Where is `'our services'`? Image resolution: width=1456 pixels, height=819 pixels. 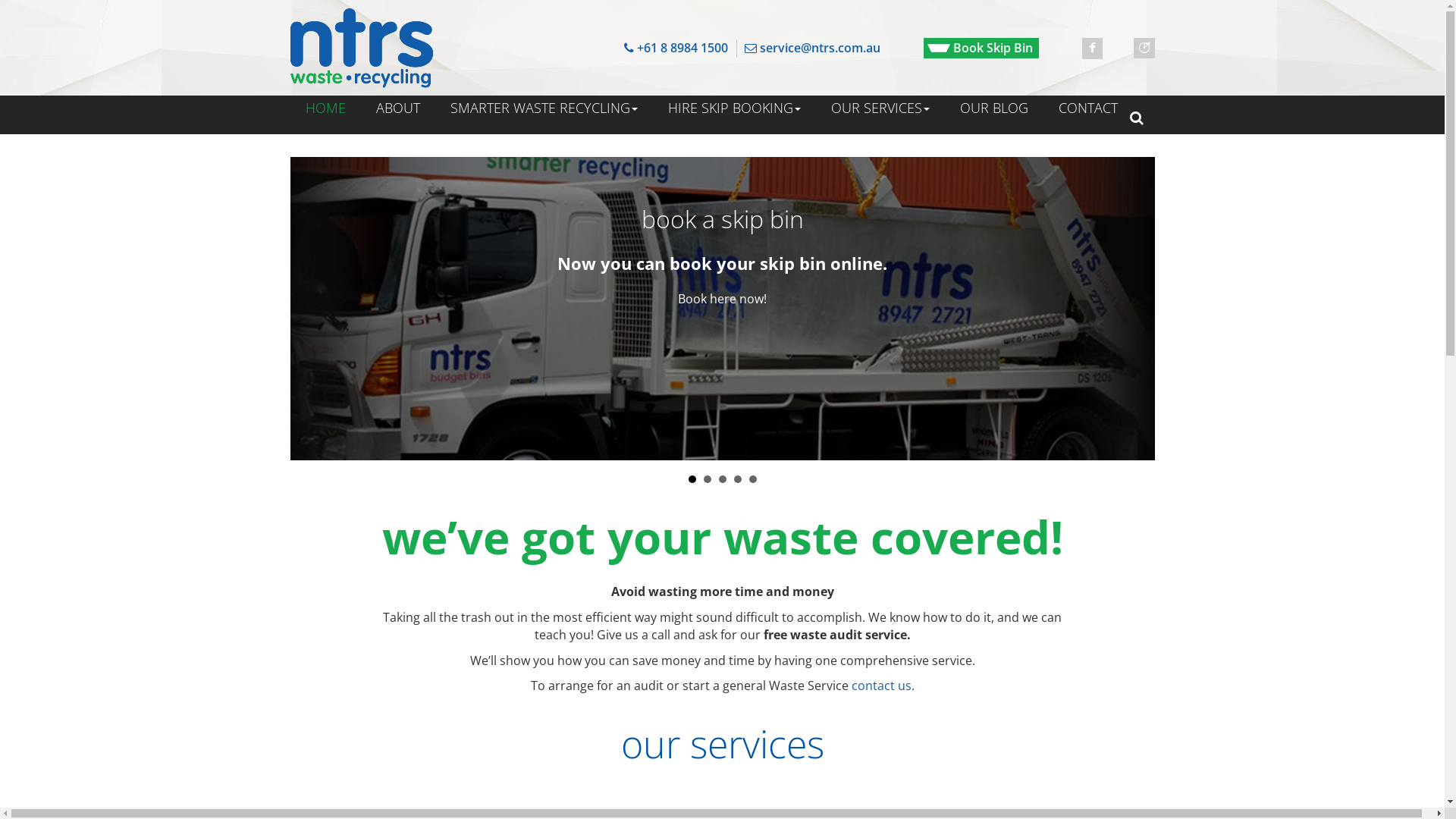 'our services' is located at coordinates (720, 742).